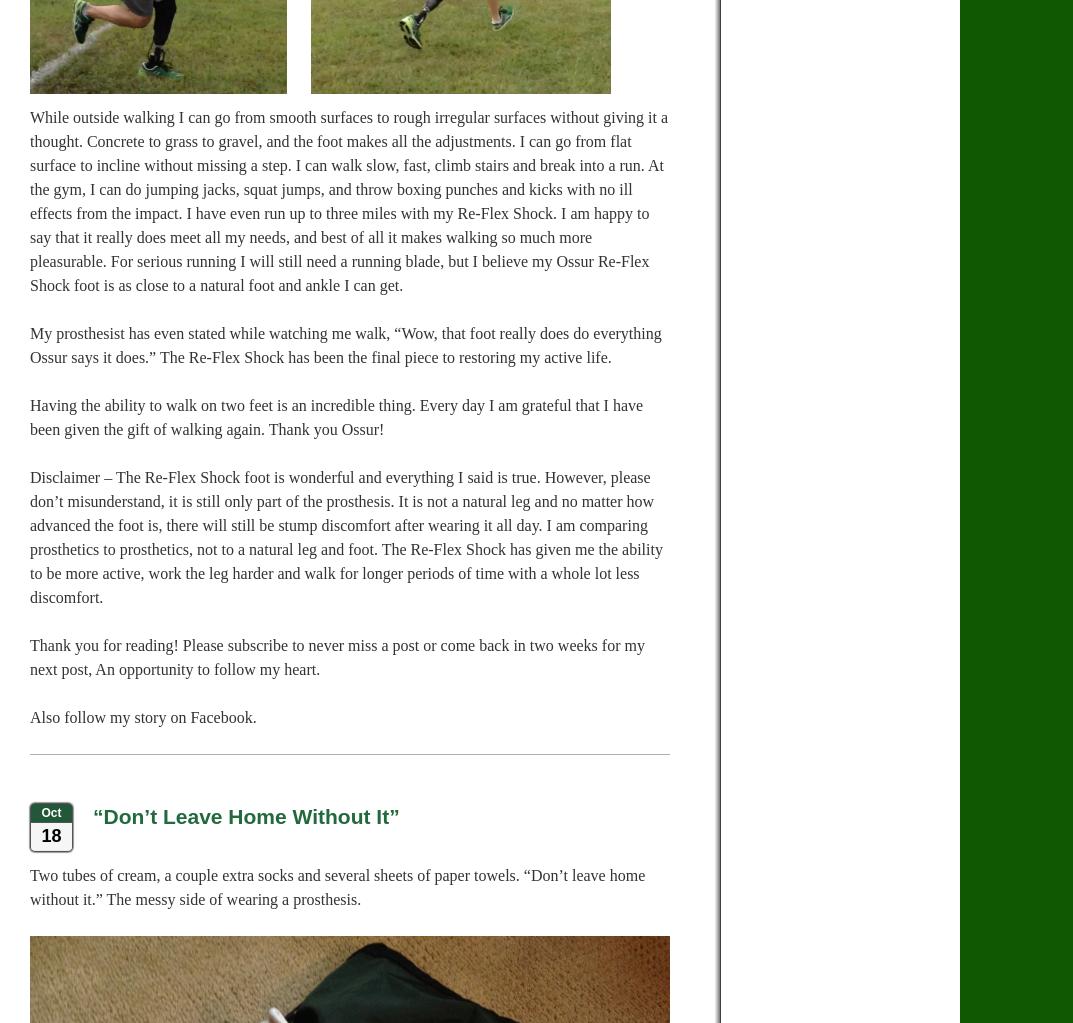 This screenshot has width=1073, height=1023. What do you see at coordinates (49, 812) in the screenshot?
I see `'Oct'` at bounding box center [49, 812].